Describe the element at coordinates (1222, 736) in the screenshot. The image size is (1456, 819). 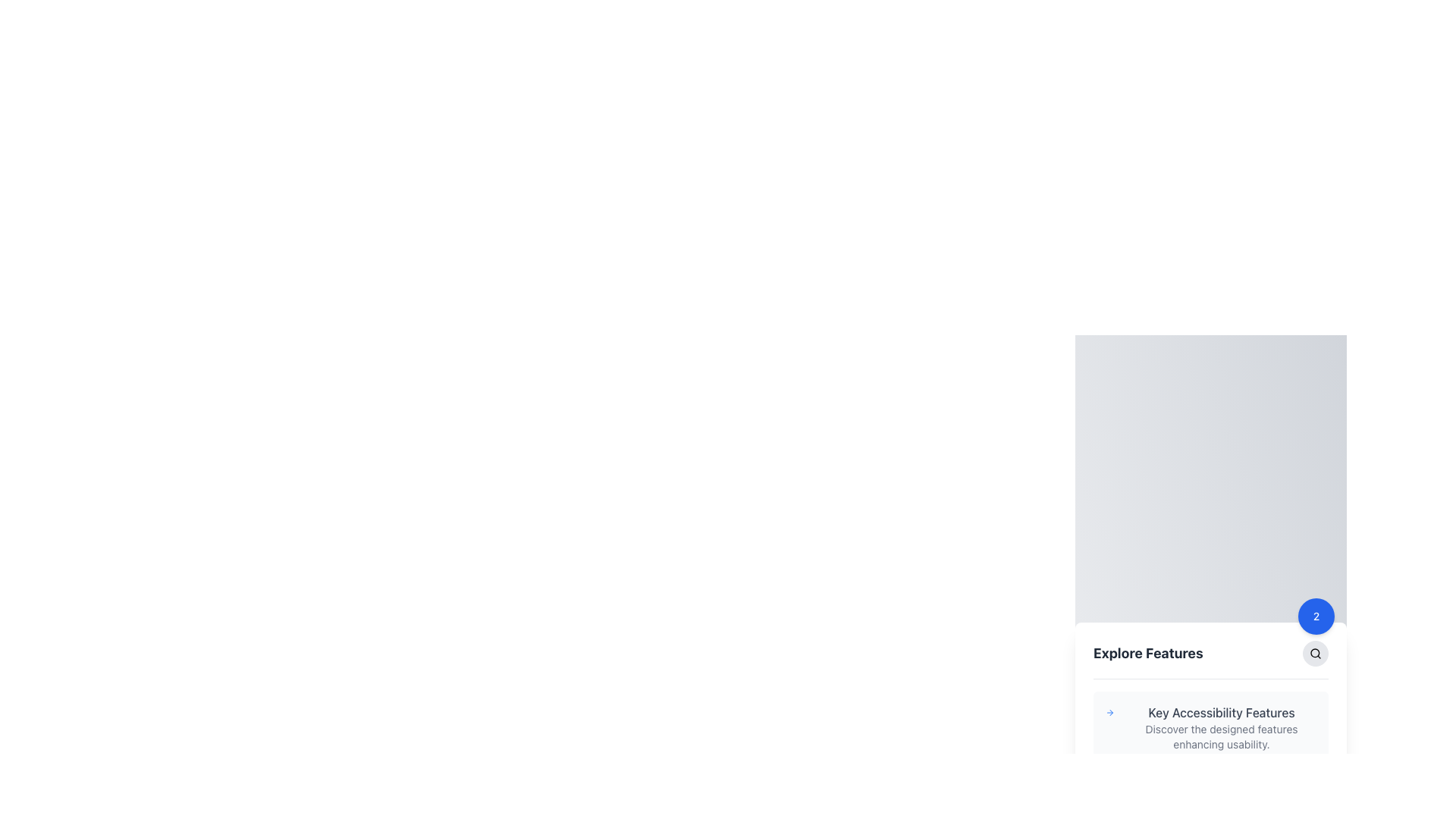
I see `descriptive text label located underneath the heading 'Key Accessibility Features' in the 'Explore Features' section` at that location.